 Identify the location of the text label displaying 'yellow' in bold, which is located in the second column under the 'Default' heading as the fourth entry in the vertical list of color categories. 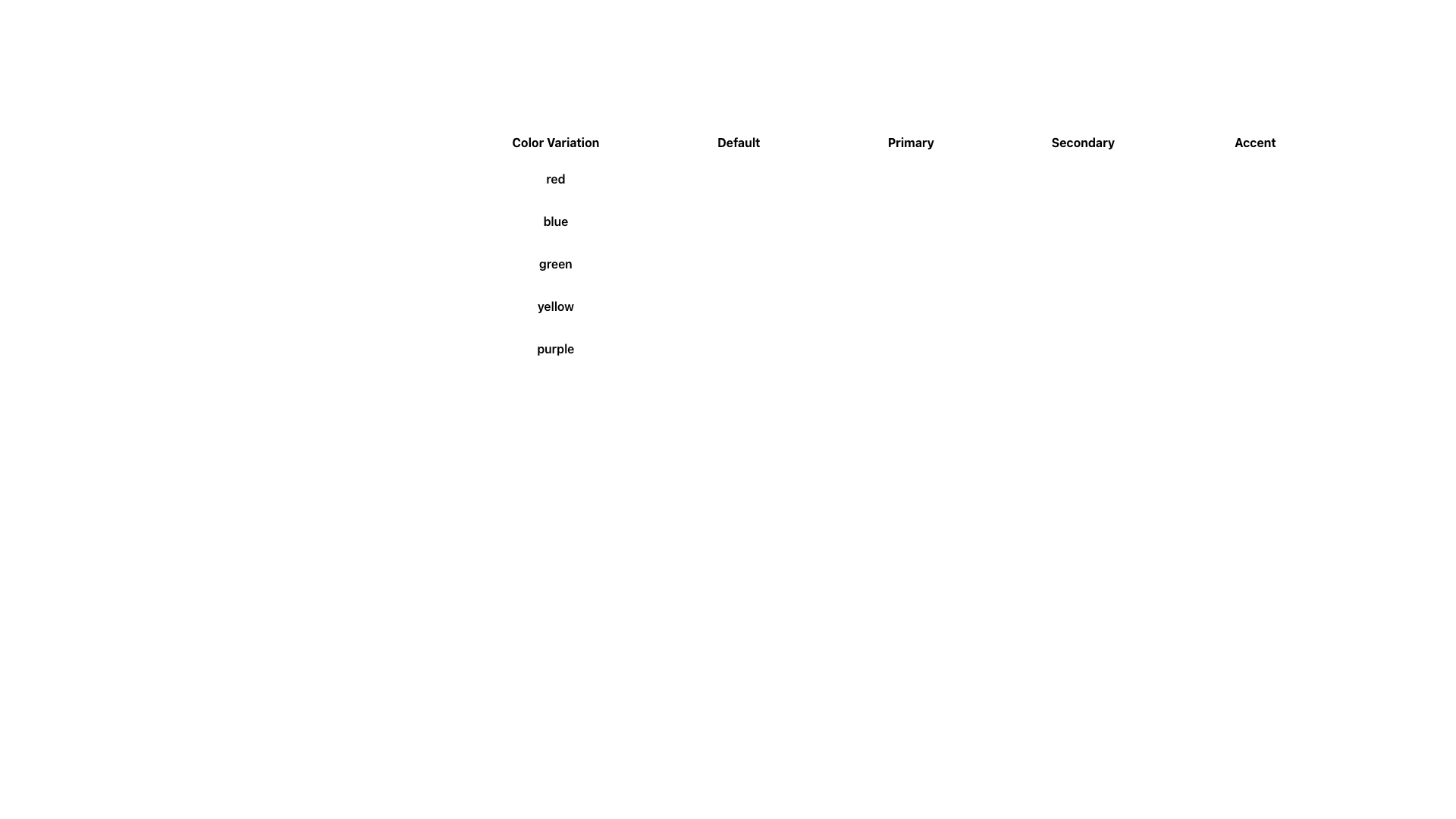
(554, 306).